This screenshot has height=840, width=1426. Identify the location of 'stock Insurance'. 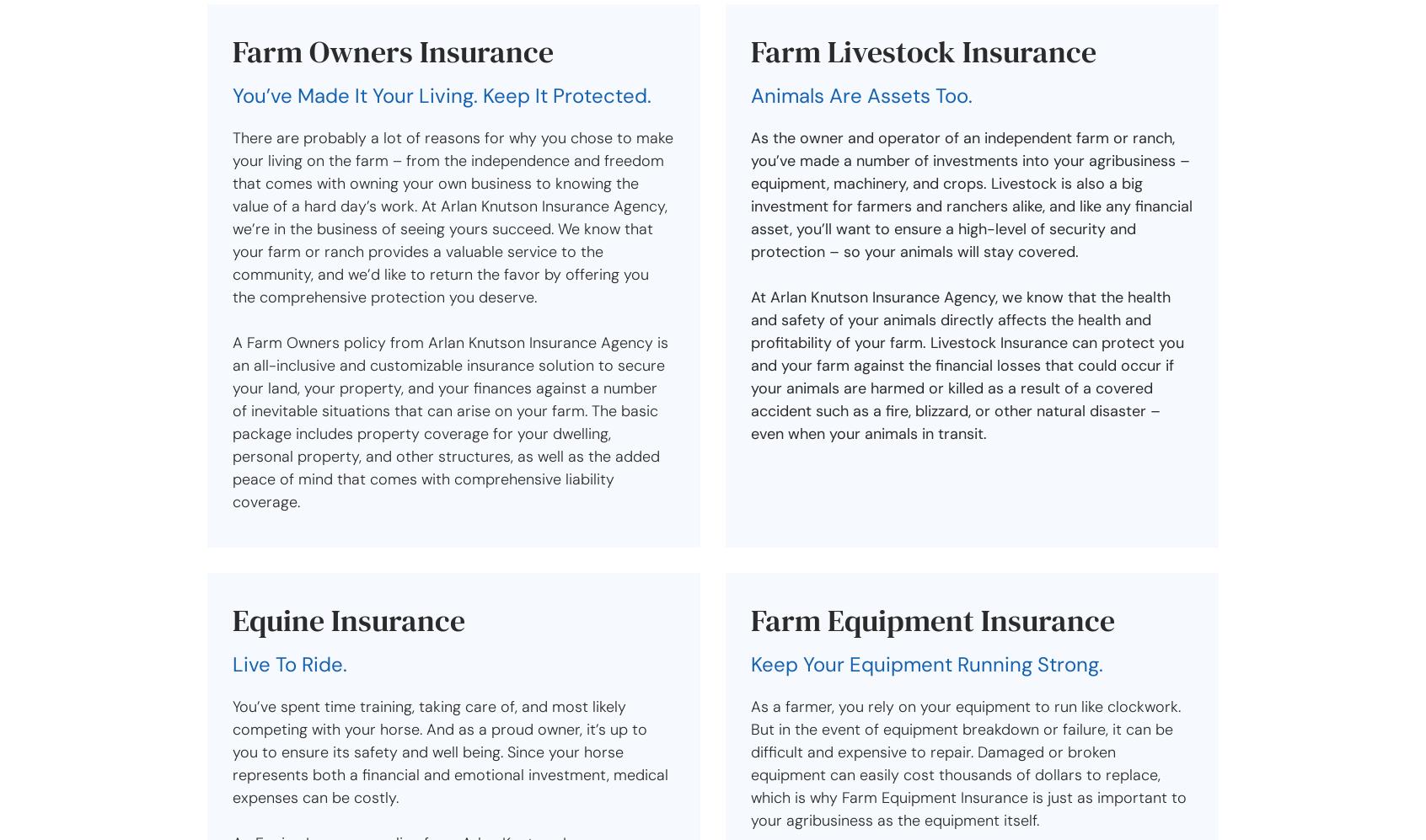
(989, 51).